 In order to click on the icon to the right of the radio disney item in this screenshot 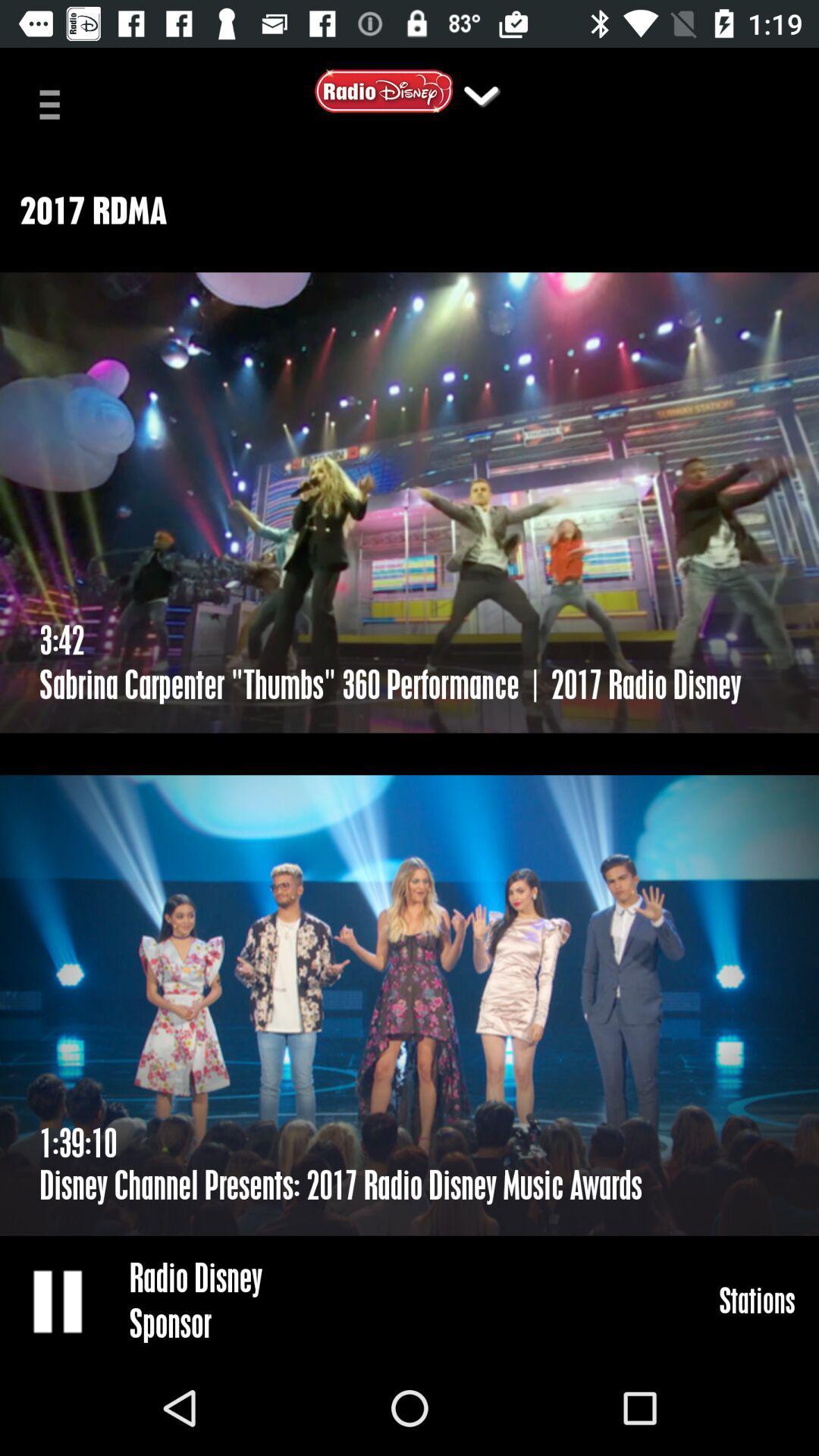, I will do `click(757, 1299)`.